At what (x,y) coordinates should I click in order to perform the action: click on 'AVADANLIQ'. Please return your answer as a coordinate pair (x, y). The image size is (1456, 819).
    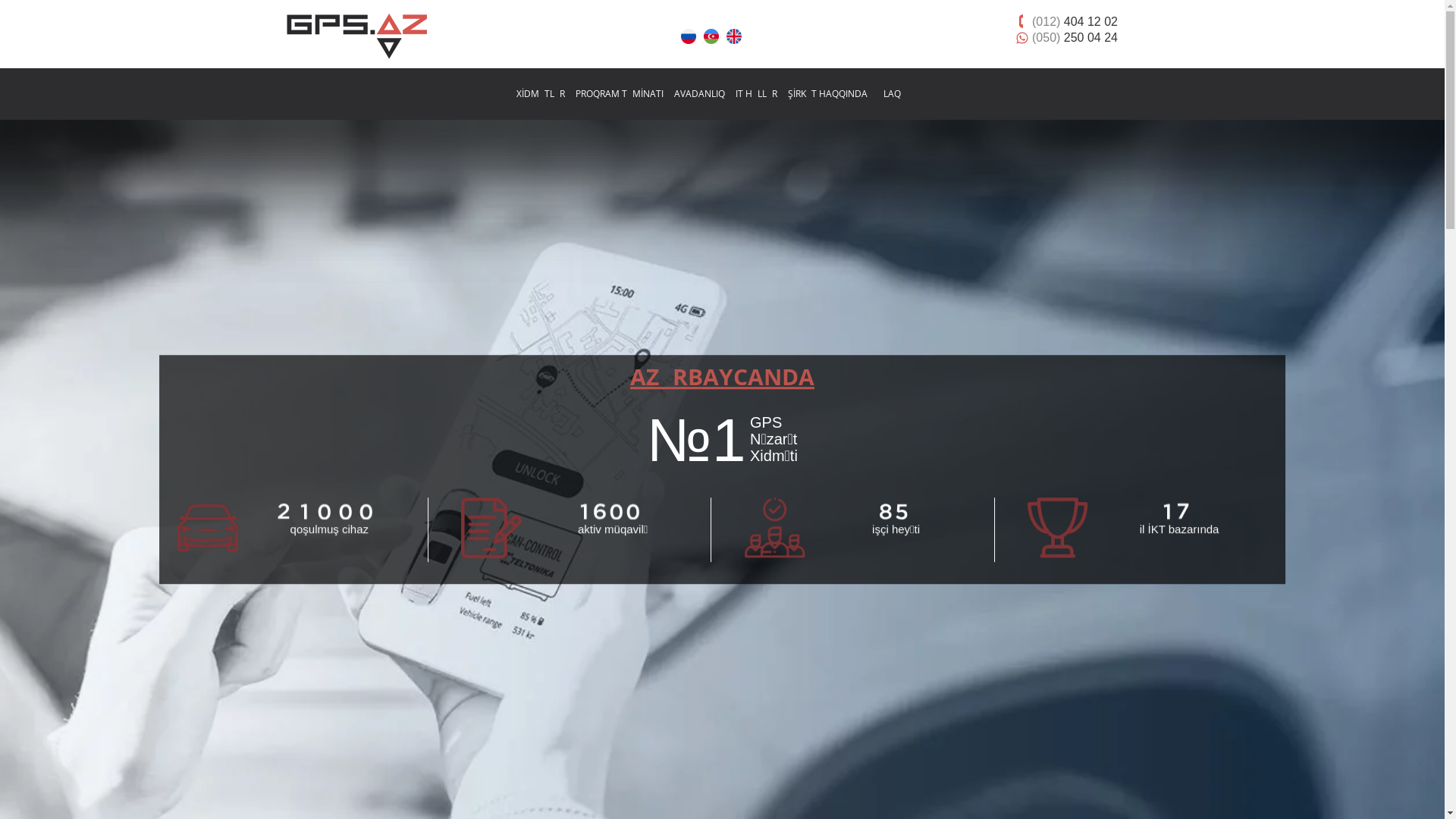
    Looking at the image, I should click on (673, 93).